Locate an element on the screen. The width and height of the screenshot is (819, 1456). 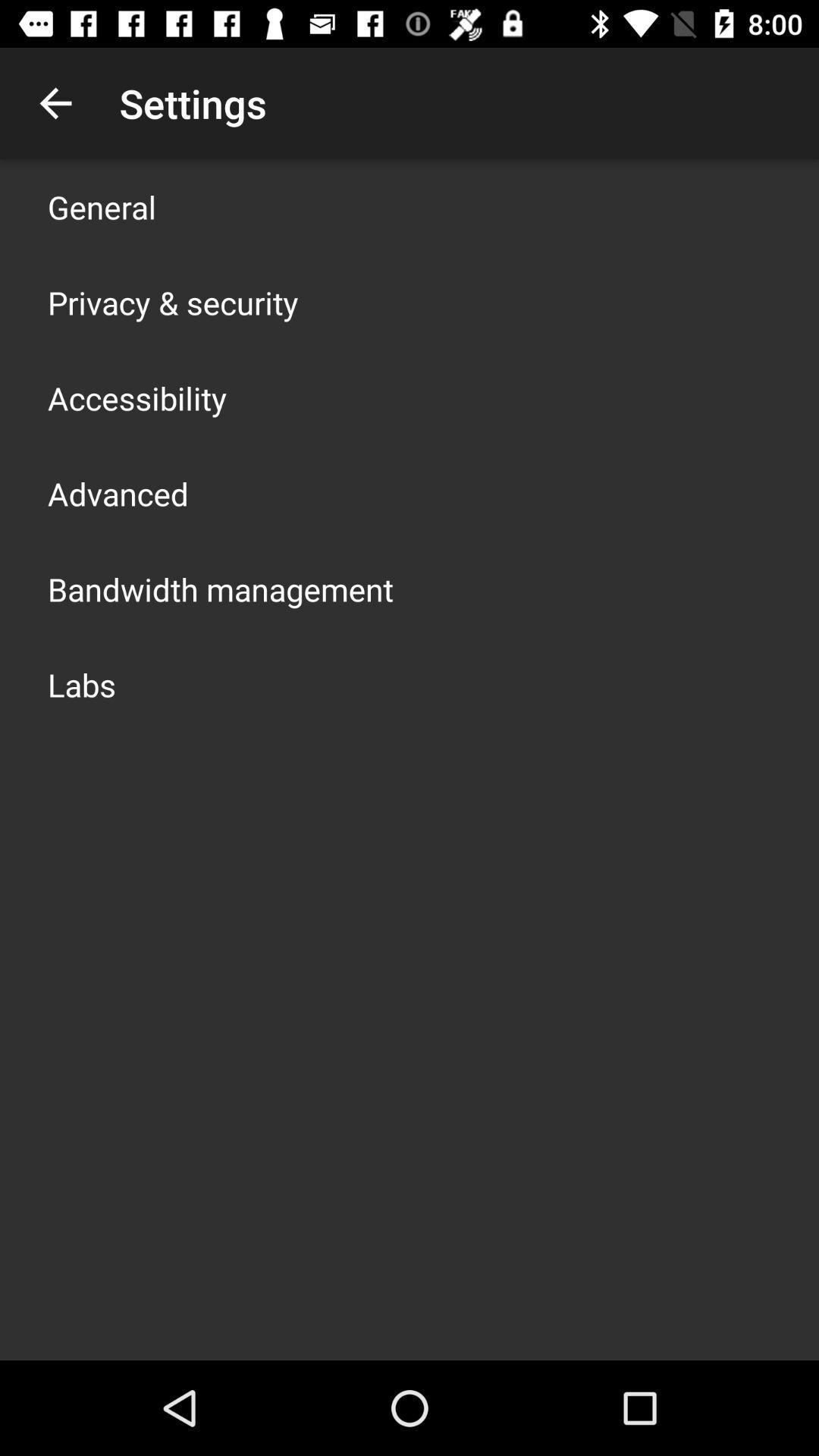
the labs app is located at coordinates (82, 683).